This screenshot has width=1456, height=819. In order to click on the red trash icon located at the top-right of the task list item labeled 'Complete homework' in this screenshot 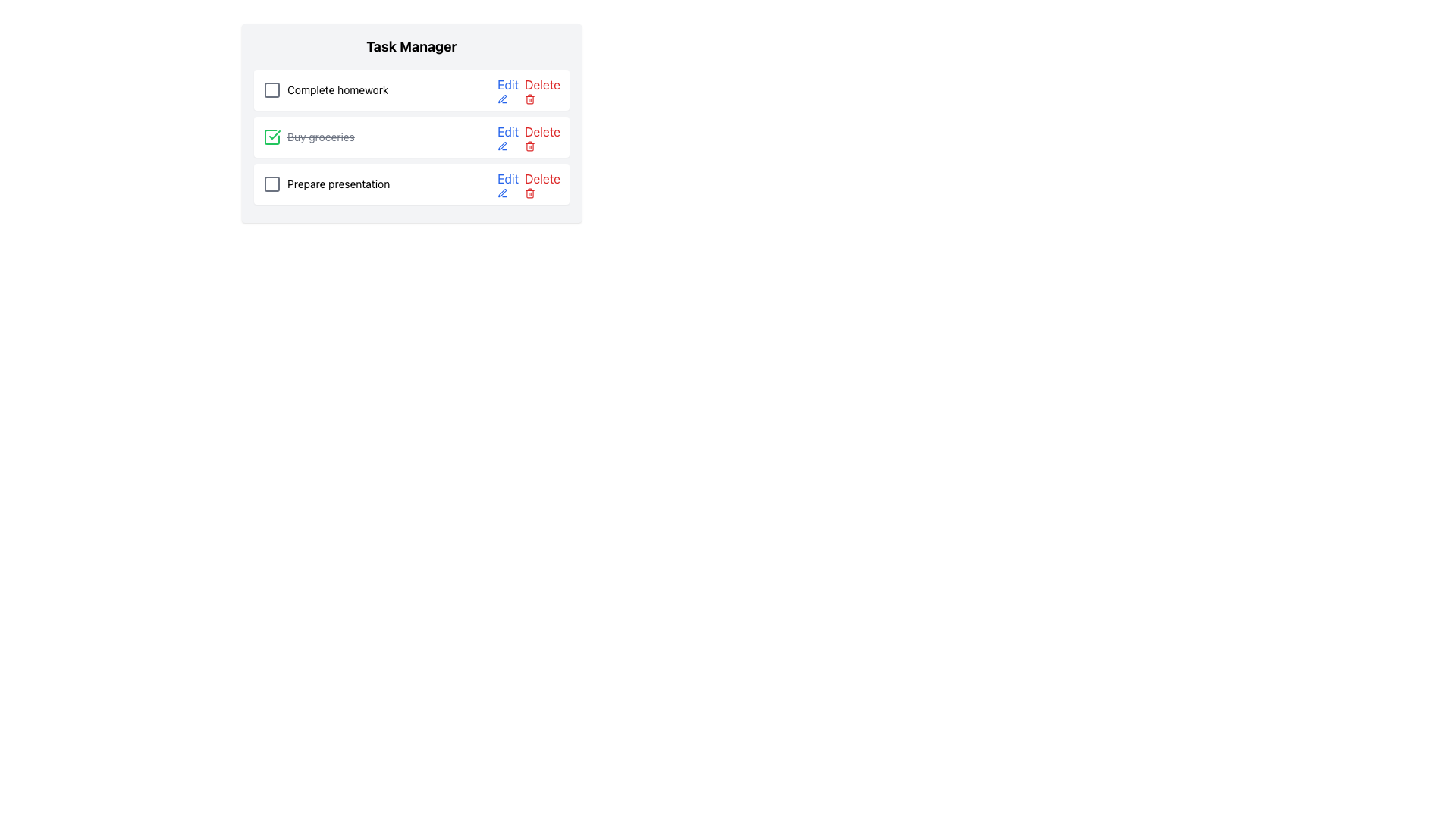, I will do `click(530, 99)`.